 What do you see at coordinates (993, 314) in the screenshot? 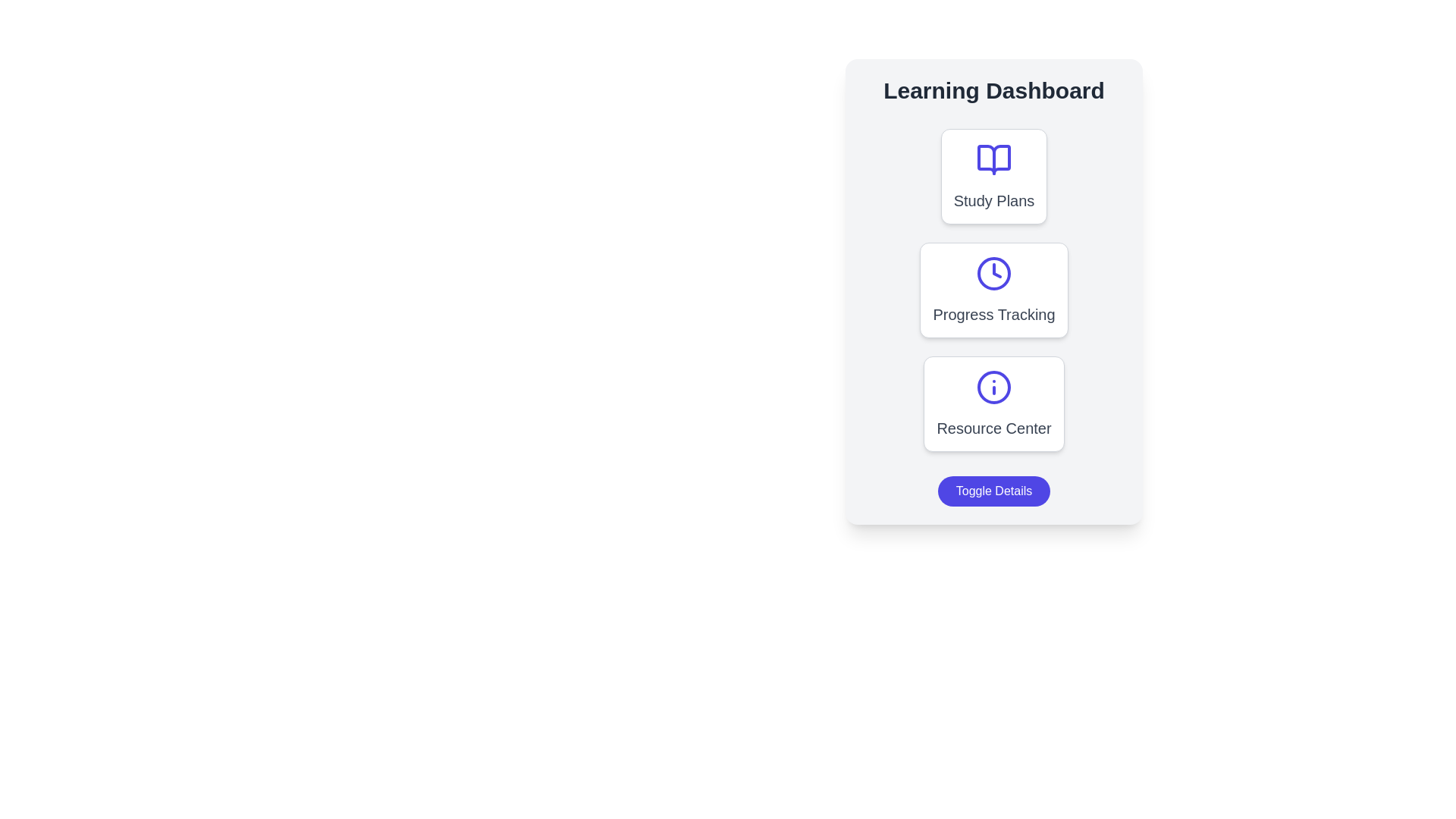
I see `the Text label that indicates tracking progress, located in the second card of the vertically stacked panel, which has a clock icon above it` at bounding box center [993, 314].